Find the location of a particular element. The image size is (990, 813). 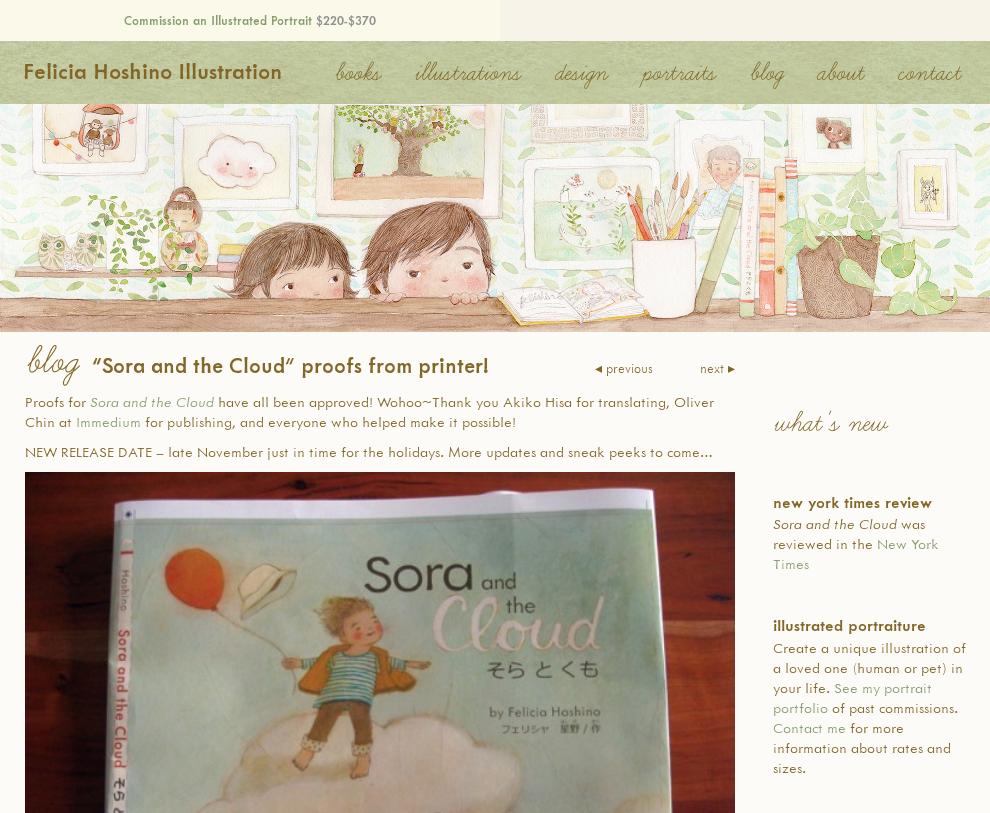

'$220-$370' is located at coordinates (311, 18).